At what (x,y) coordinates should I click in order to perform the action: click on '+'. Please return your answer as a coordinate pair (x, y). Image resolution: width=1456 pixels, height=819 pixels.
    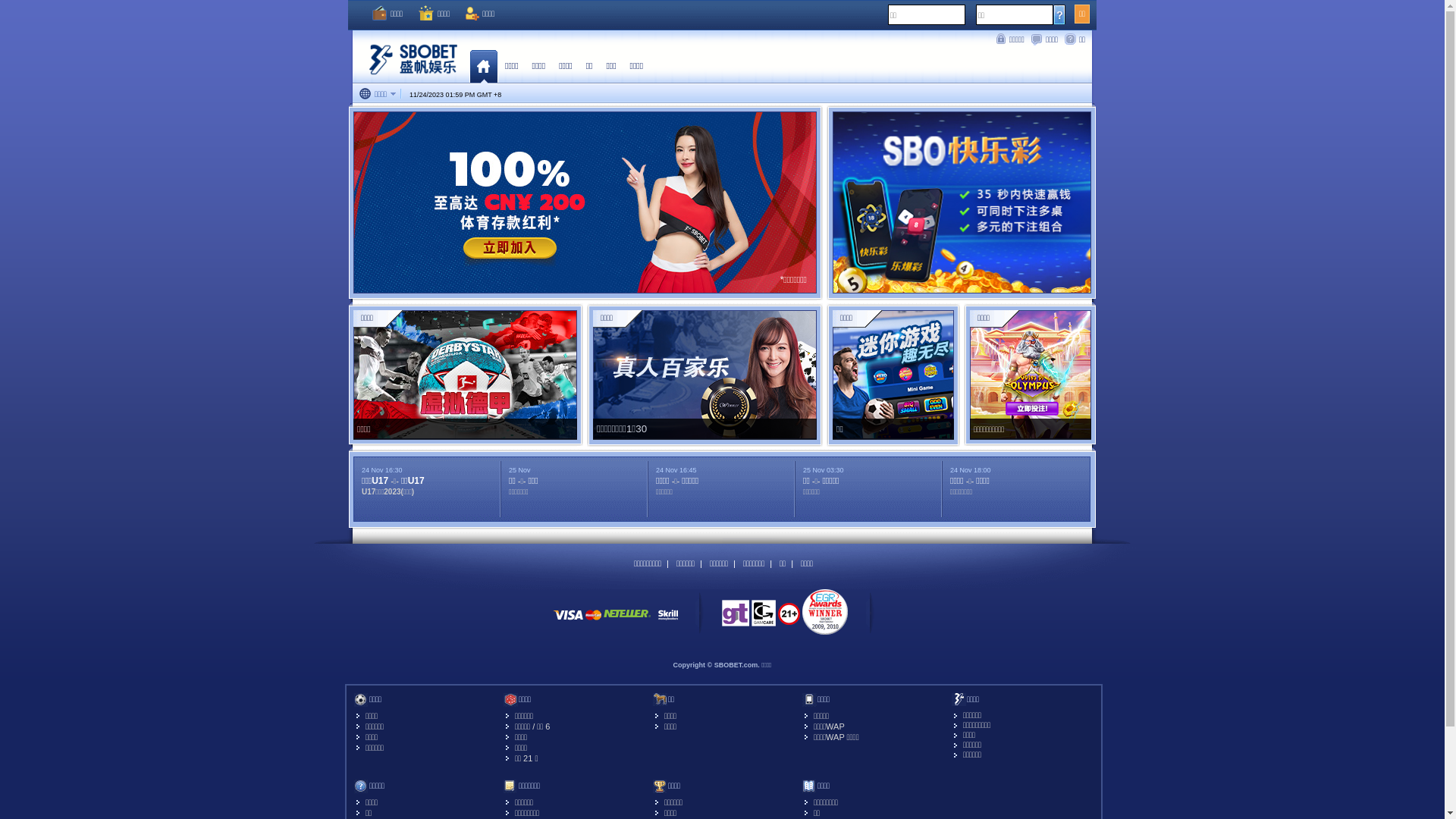
    Looking at the image, I should click on (494, 94).